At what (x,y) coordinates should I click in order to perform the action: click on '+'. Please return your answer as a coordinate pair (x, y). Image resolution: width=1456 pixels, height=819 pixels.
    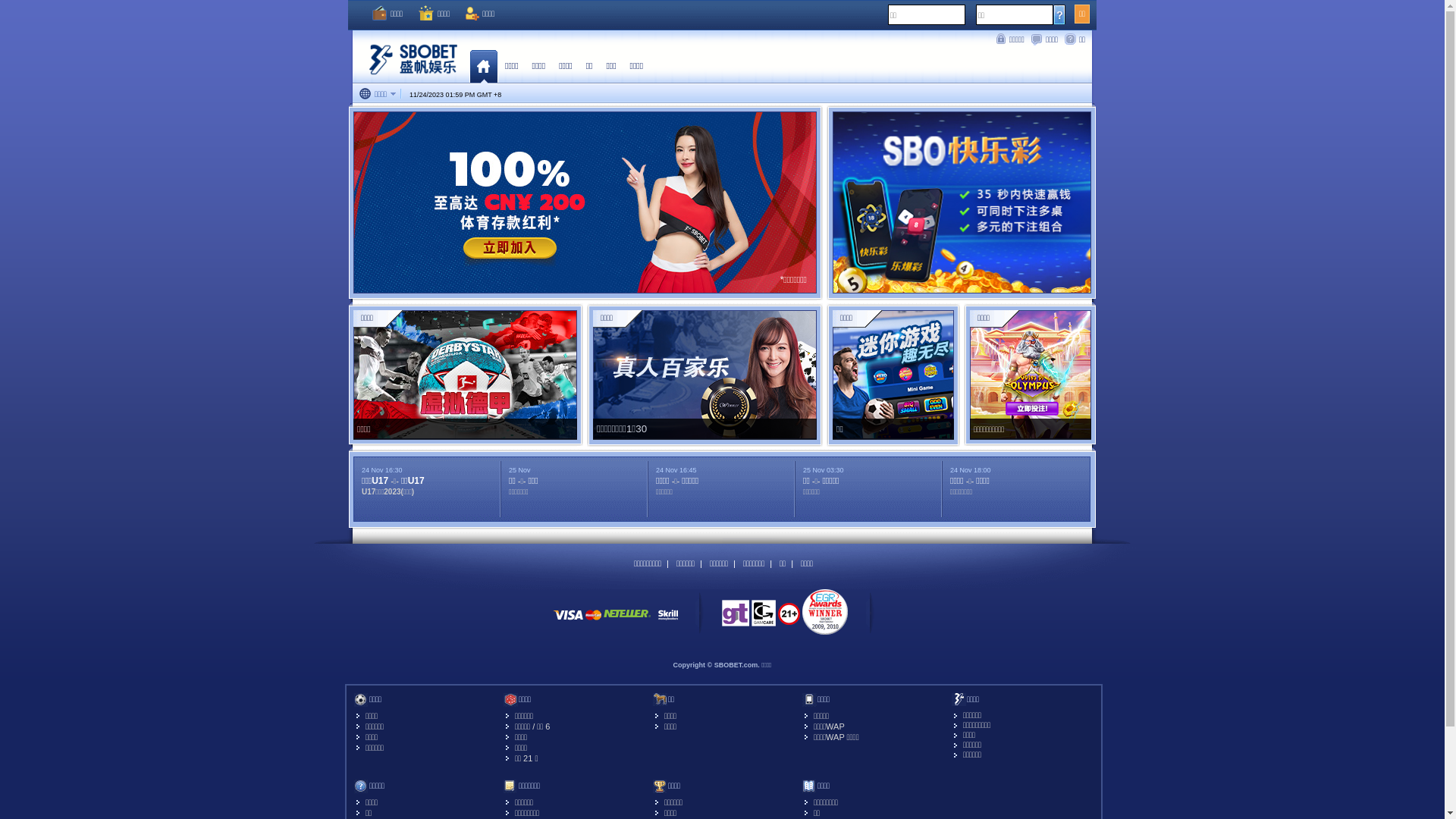
    Looking at the image, I should click on (494, 94).